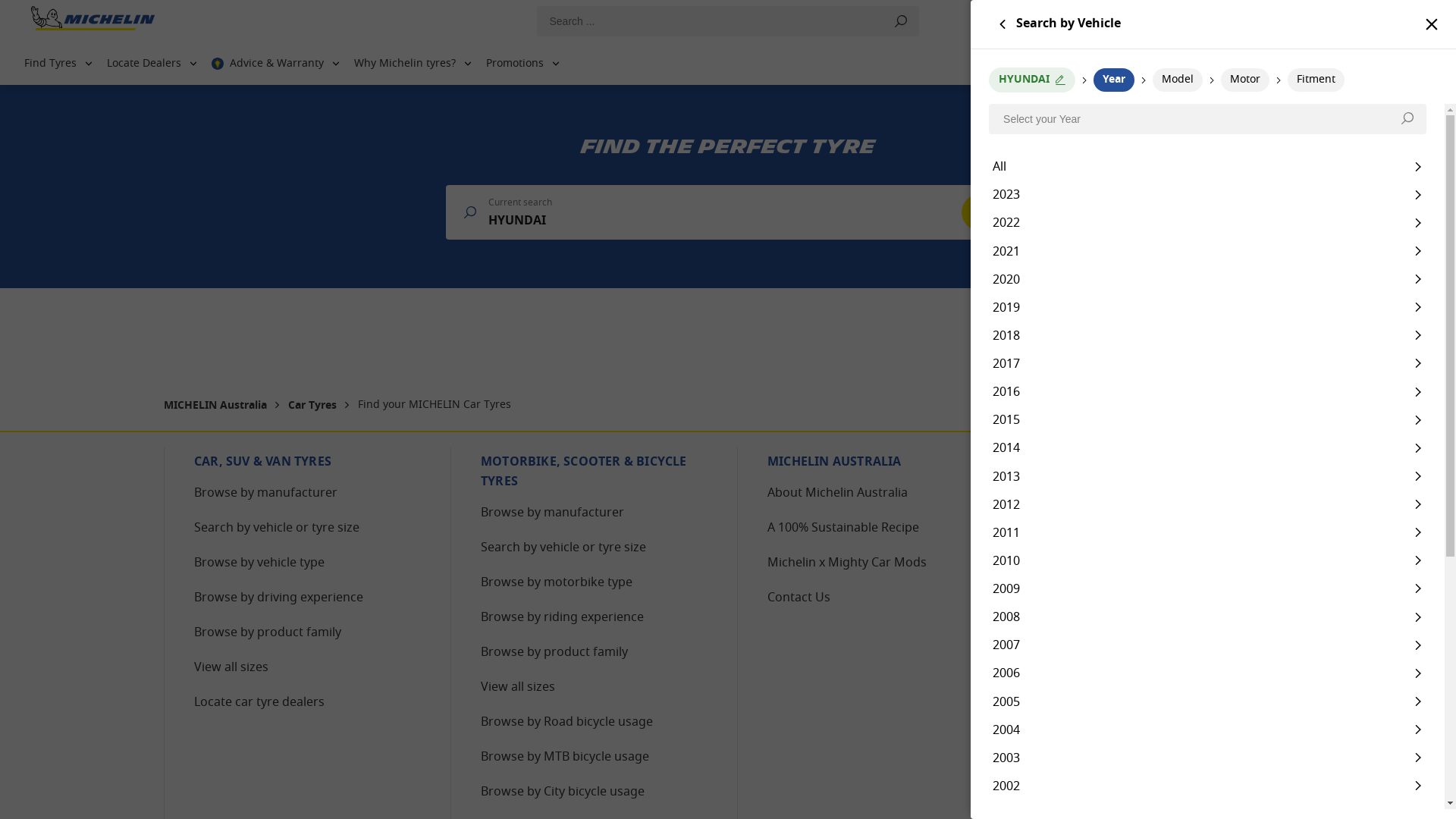 This screenshot has height=819, width=1456. What do you see at coordinates (517, 687) in the screenshot?
I see `'View all sizes'` at bounding box center [517, 687].